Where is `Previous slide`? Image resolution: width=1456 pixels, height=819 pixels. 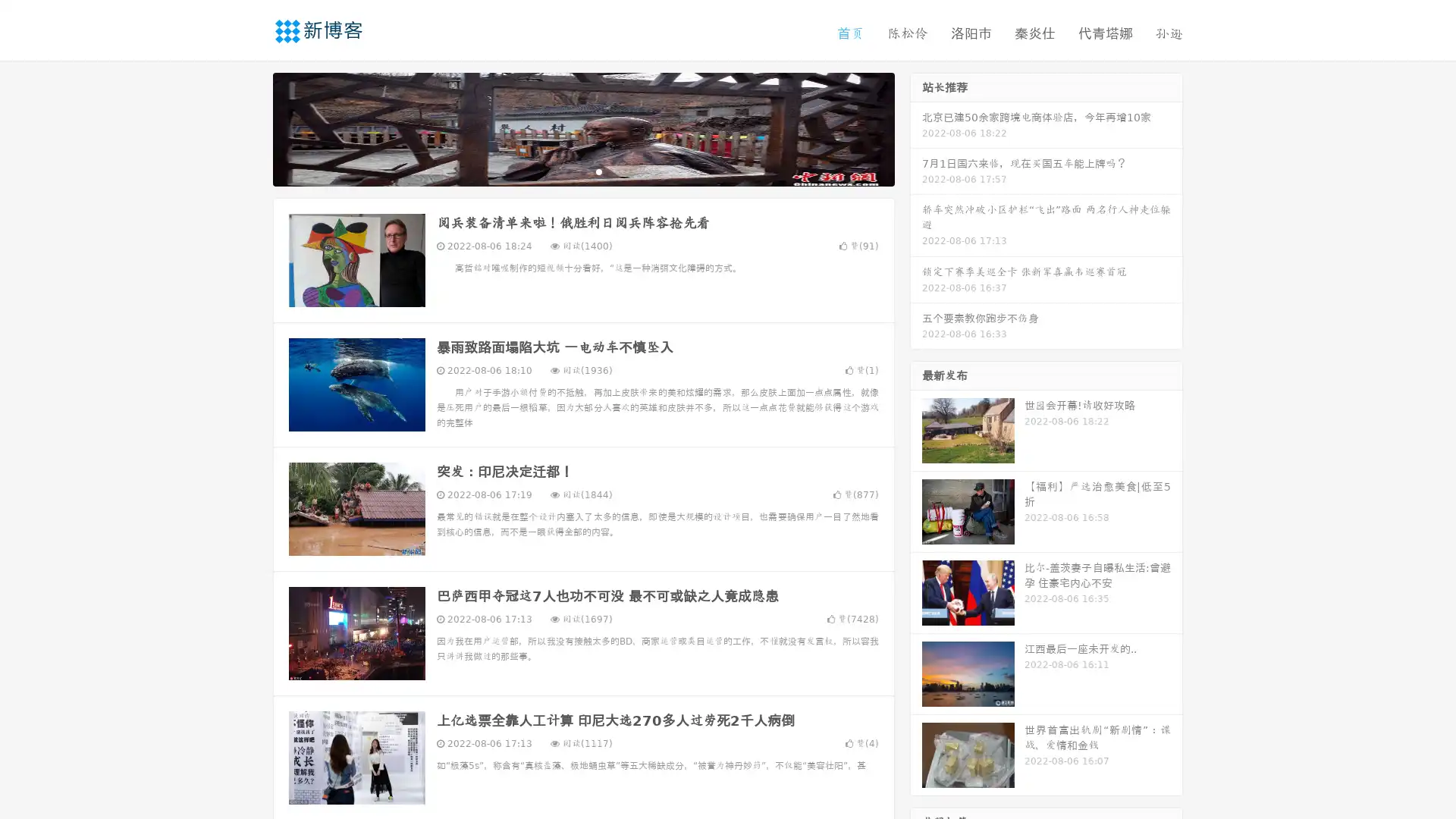 Previous slide is located at coordinates (250, 127).